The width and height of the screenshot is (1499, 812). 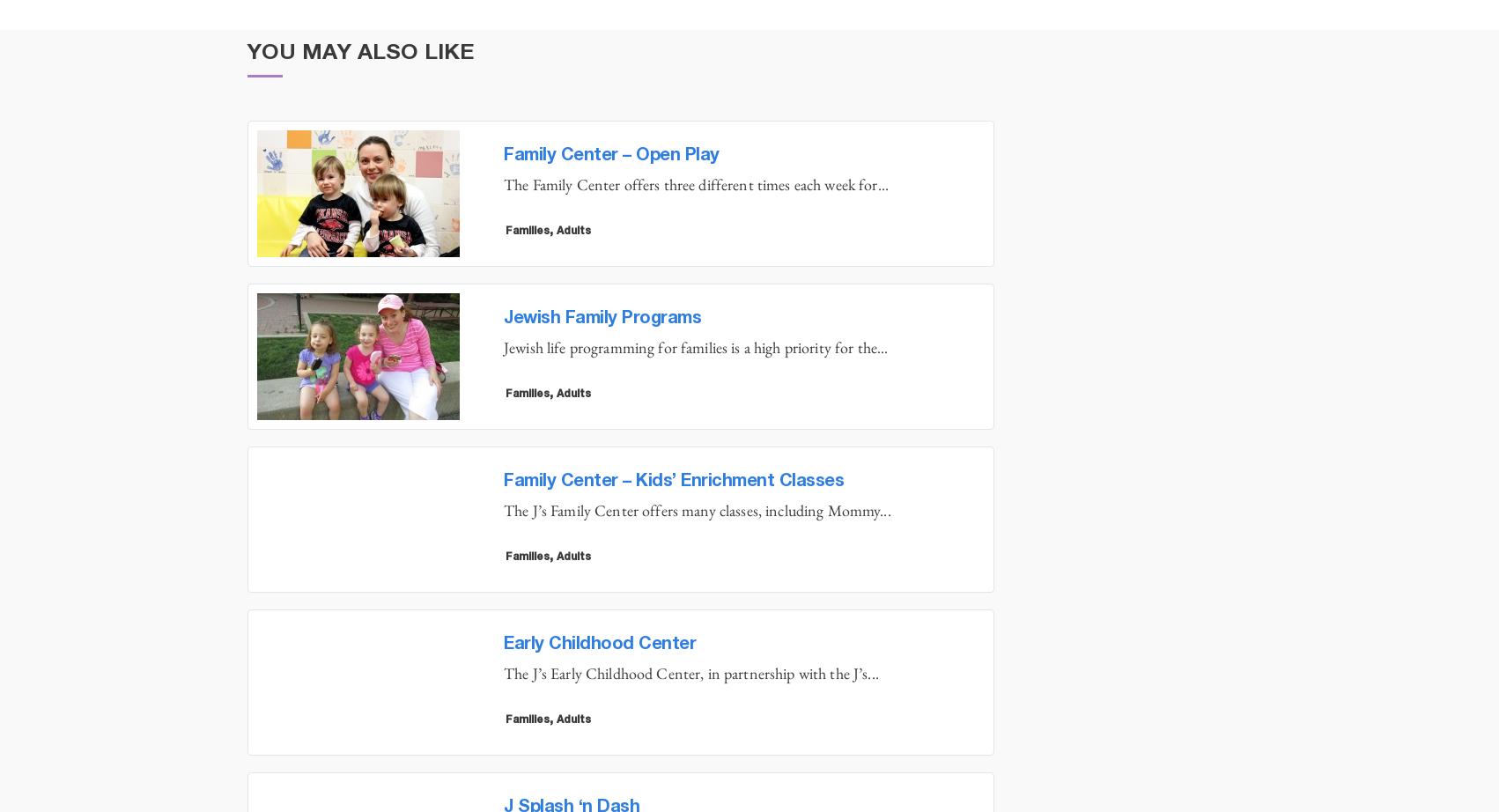 I want to click on 'The J’s Early Childhood Center, in partnership with the J’s...', so click(x=690, y=672).